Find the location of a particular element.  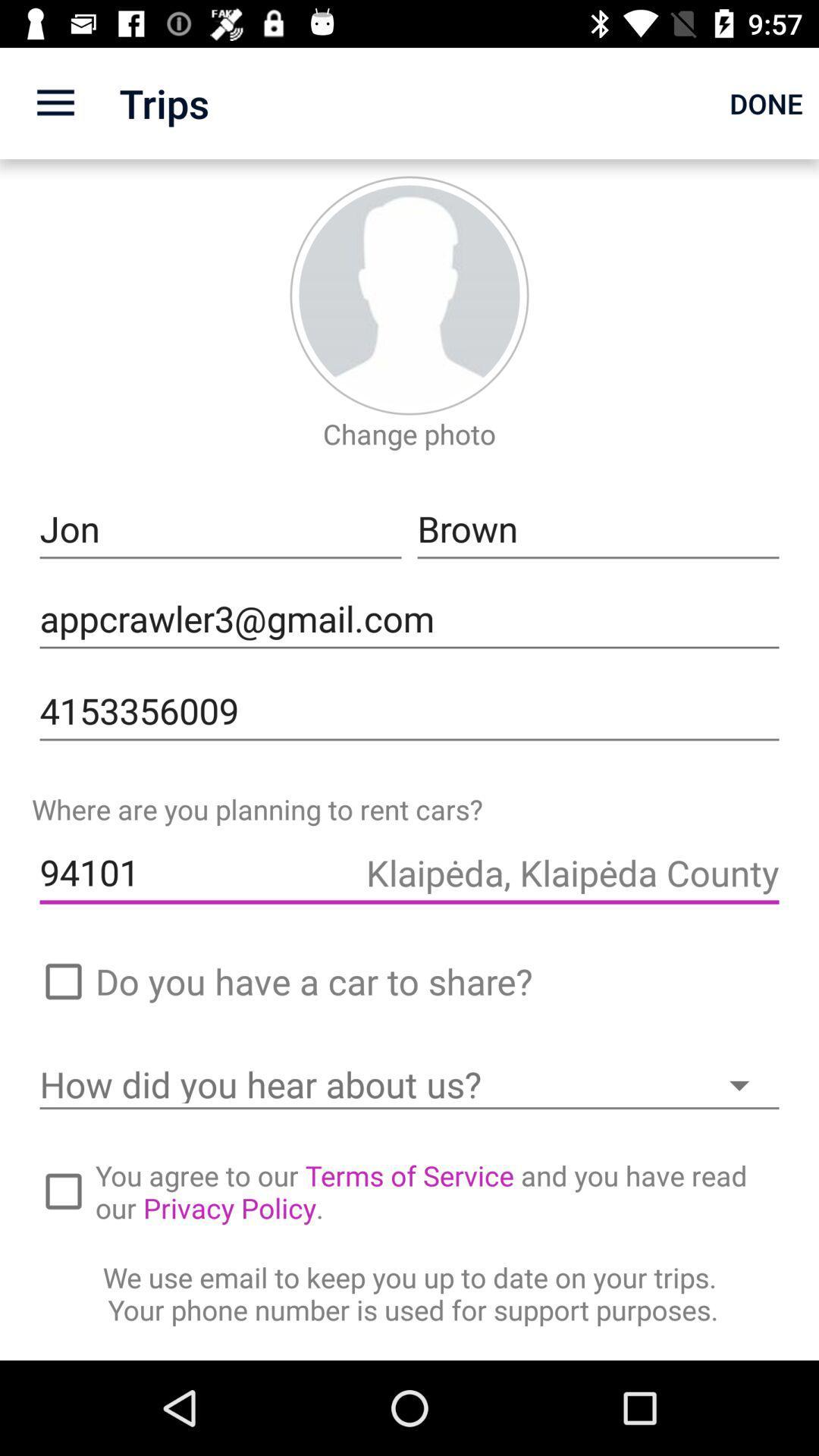

the item above jon item is located at coordinates (55, 102).